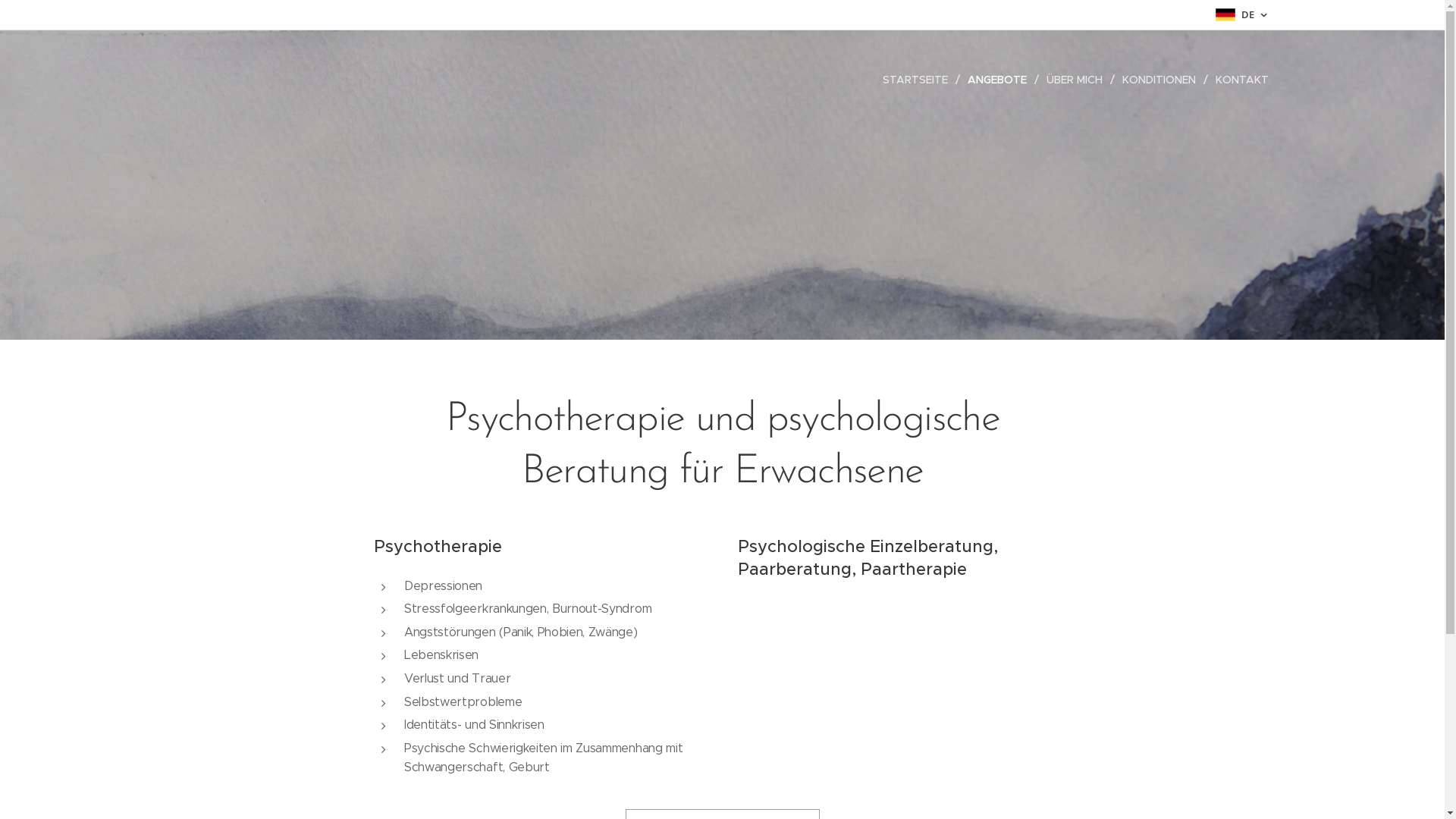 The height and width of the screenshot is (819, 1456). What do you see at coordinates (1207, 79) in the screenshot?
I see `'KONTAKT'` at bounding box center [1207, 79].